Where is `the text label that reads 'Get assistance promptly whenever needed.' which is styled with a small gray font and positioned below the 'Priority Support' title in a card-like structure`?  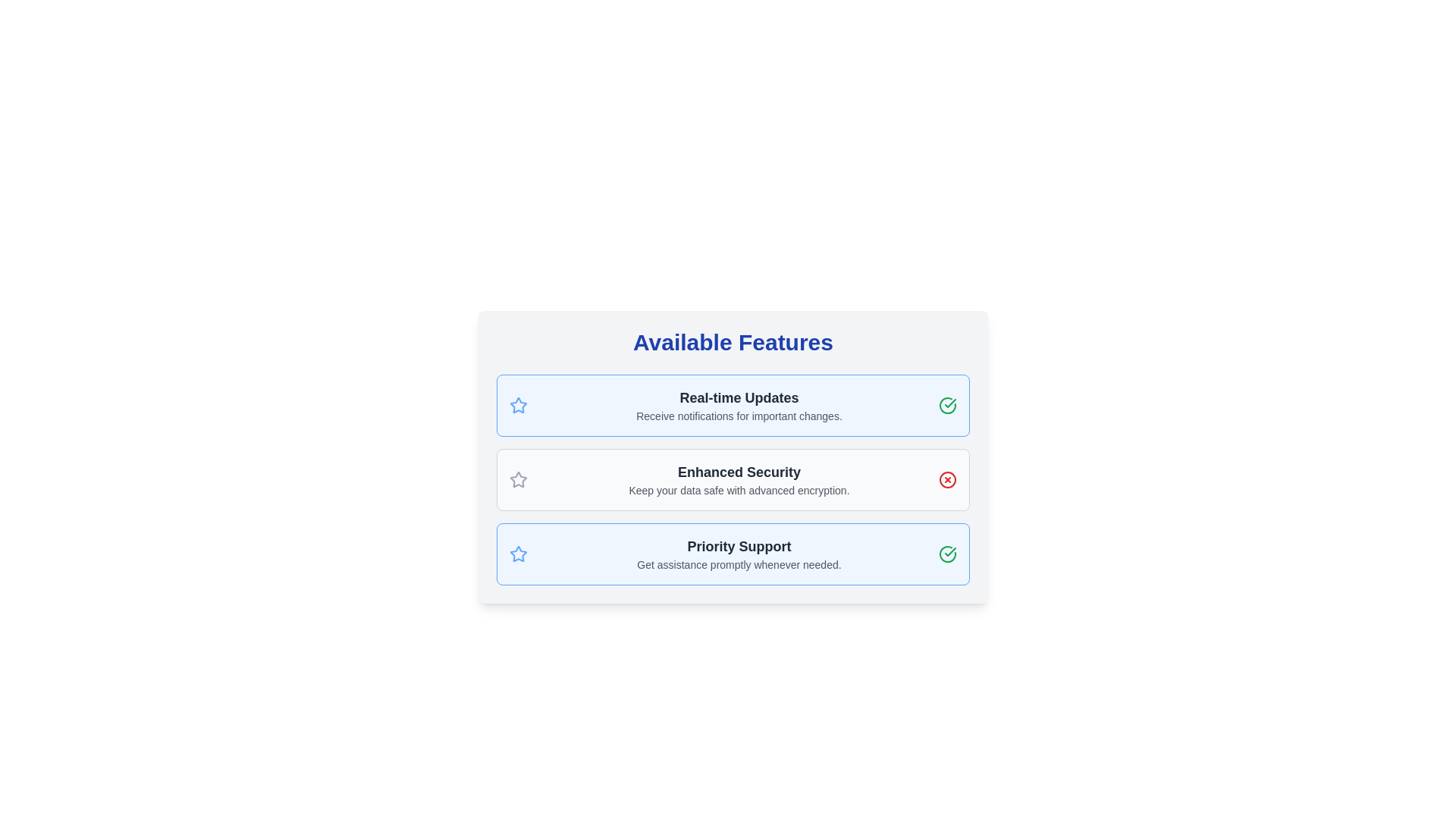 the text label that reads 'Get assistance promptly whenever needed.' which is styled with a small gray font and positioned below the 'Priority Support' title in a card-like structure is located at coordinates (739, 564).